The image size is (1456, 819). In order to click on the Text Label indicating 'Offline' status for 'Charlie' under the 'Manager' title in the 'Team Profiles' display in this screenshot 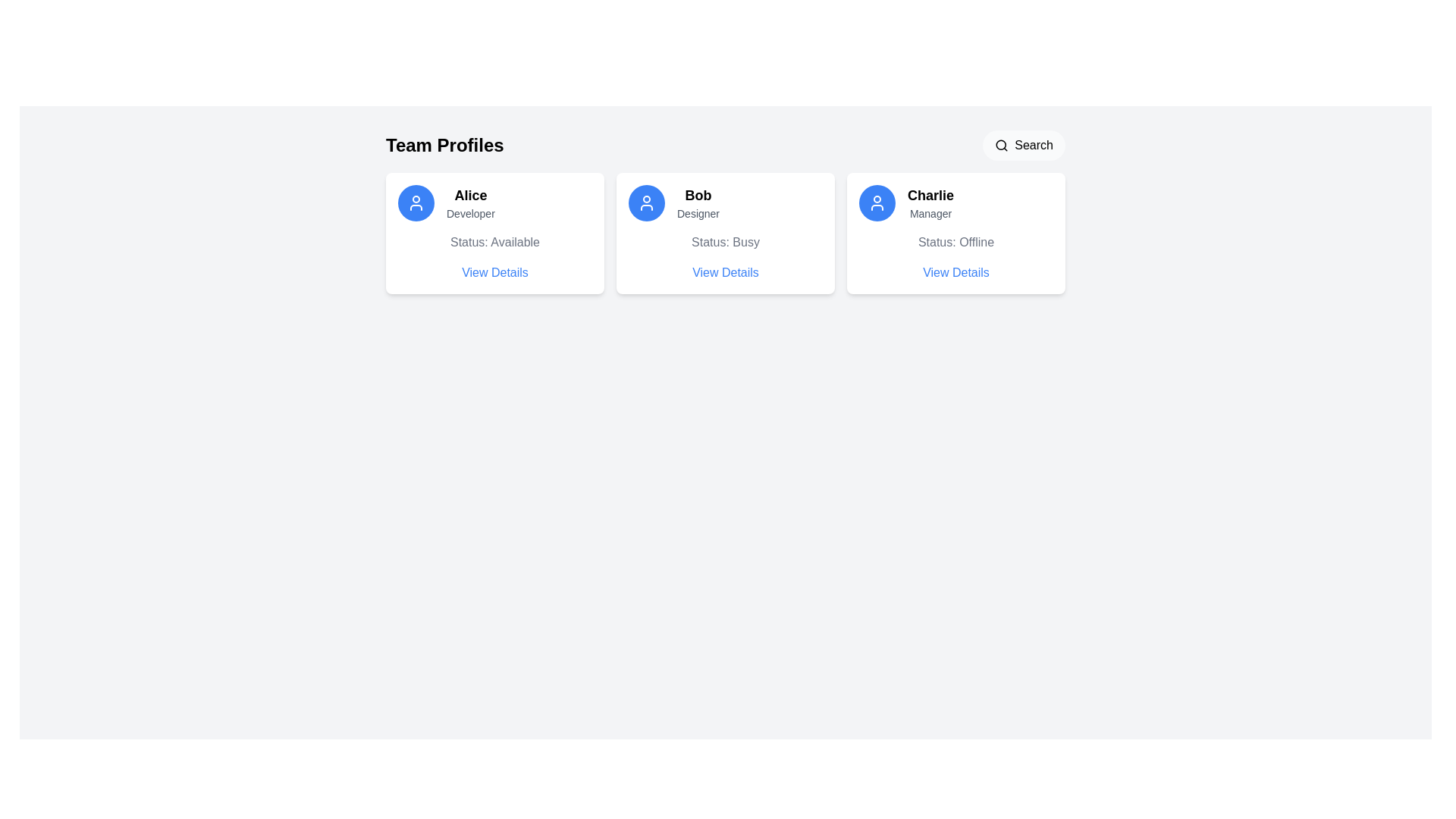, I will do `click(955, 242)`.